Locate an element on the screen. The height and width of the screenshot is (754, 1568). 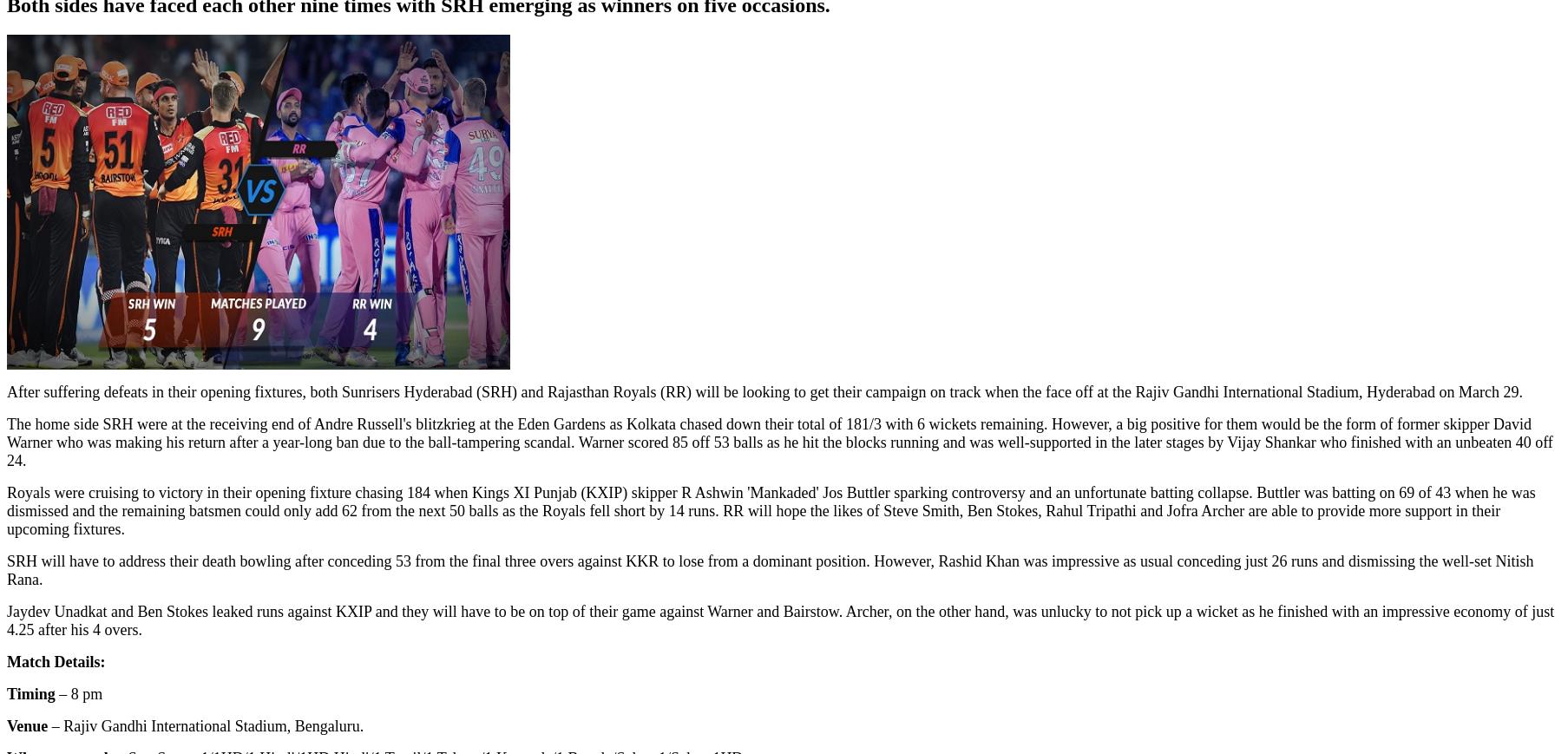
'SRH will have to address their death bowling after conceding 53 from the final three overs against KKR to lose from a dominant position. However, Rashid Khan was impressive as usual conceding just 26 runs and dismissing the well-set Nitish Rana.' is located at coordinates (770, 570).